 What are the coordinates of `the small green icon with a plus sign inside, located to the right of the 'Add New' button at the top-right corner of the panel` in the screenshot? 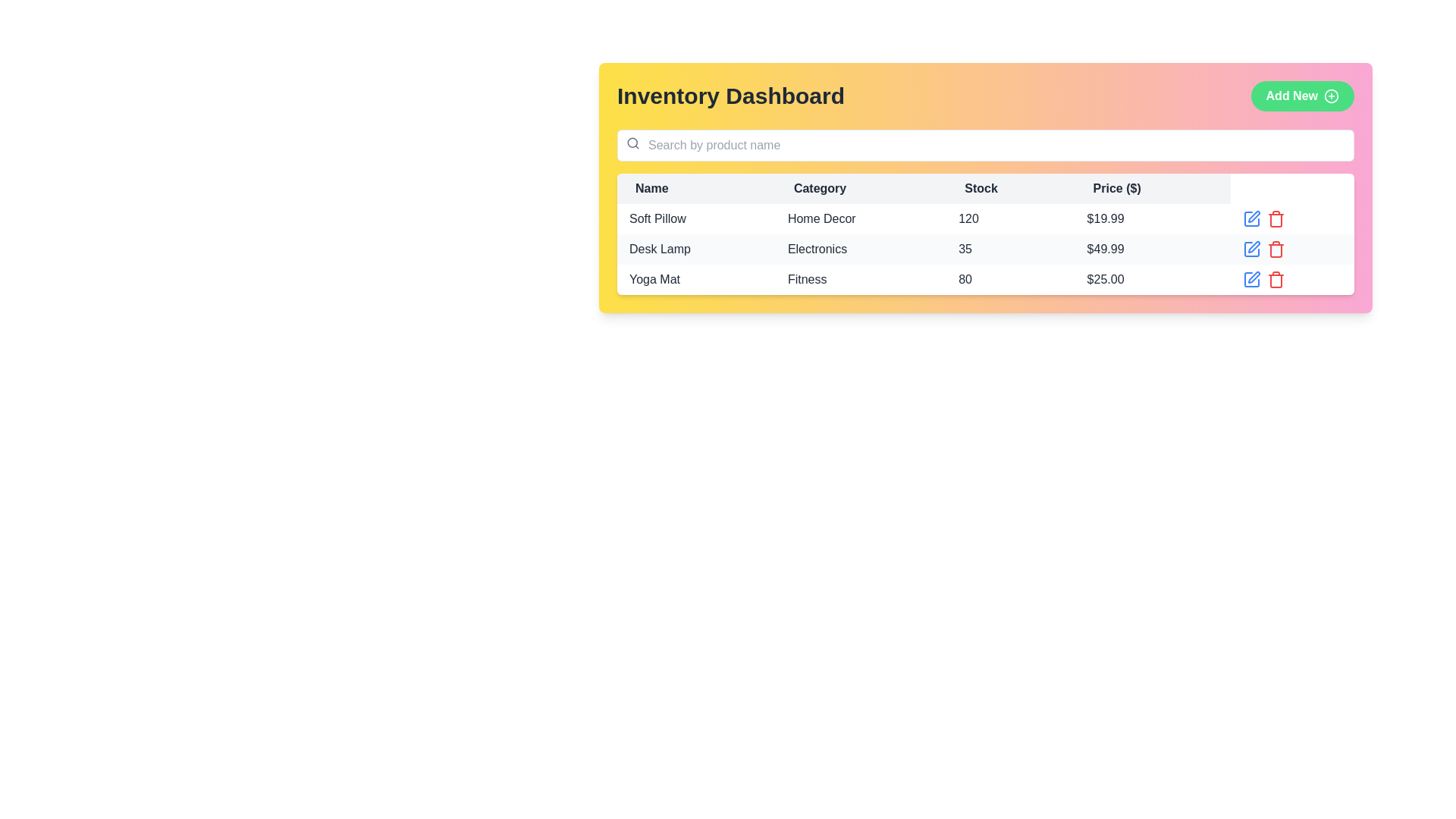 It's located at (1331, 96).